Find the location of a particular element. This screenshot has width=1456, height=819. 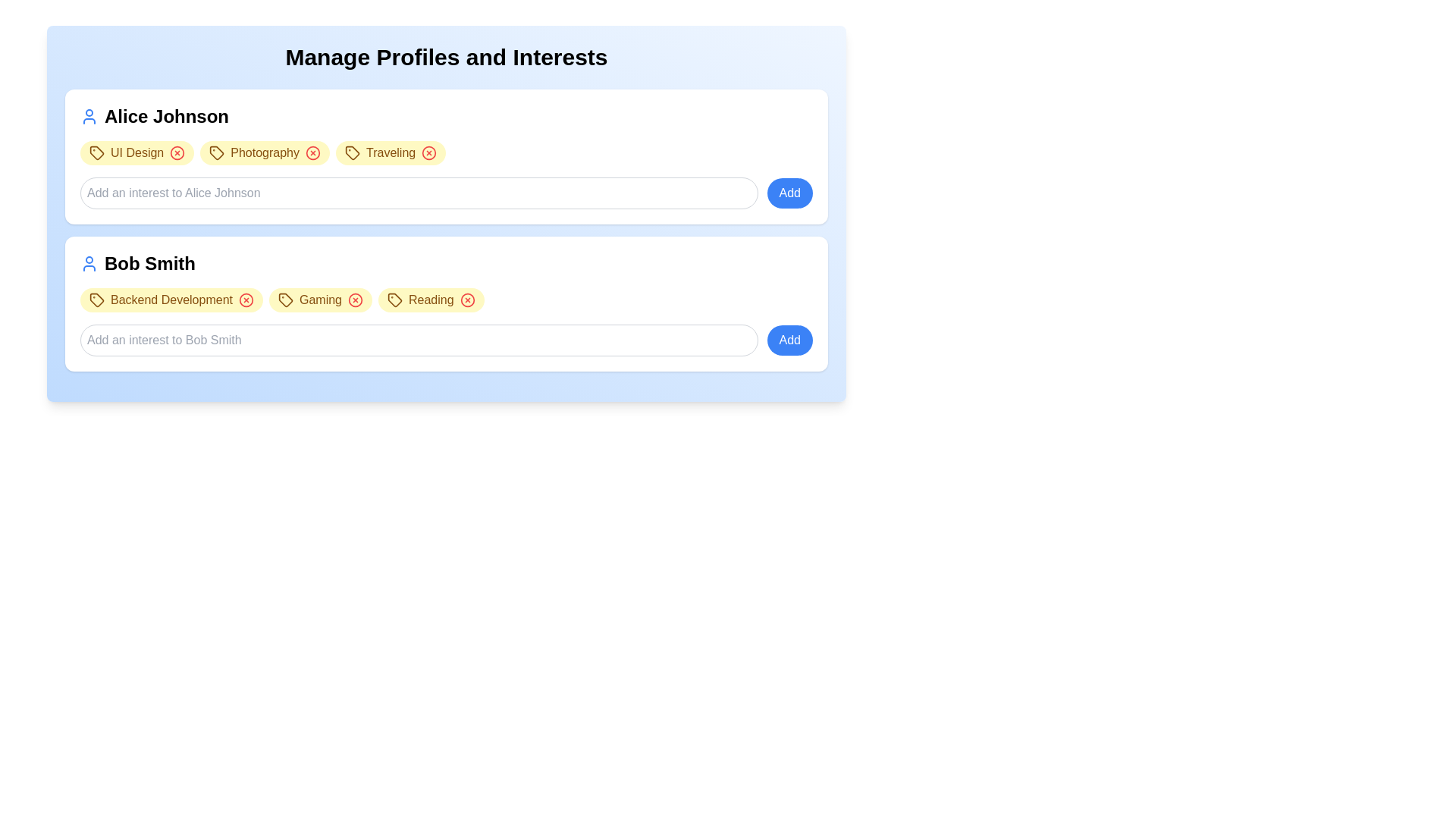

the button located at the bottom right corner of the section labeled 'Bob Smith' is located at coordinates (789, 339).